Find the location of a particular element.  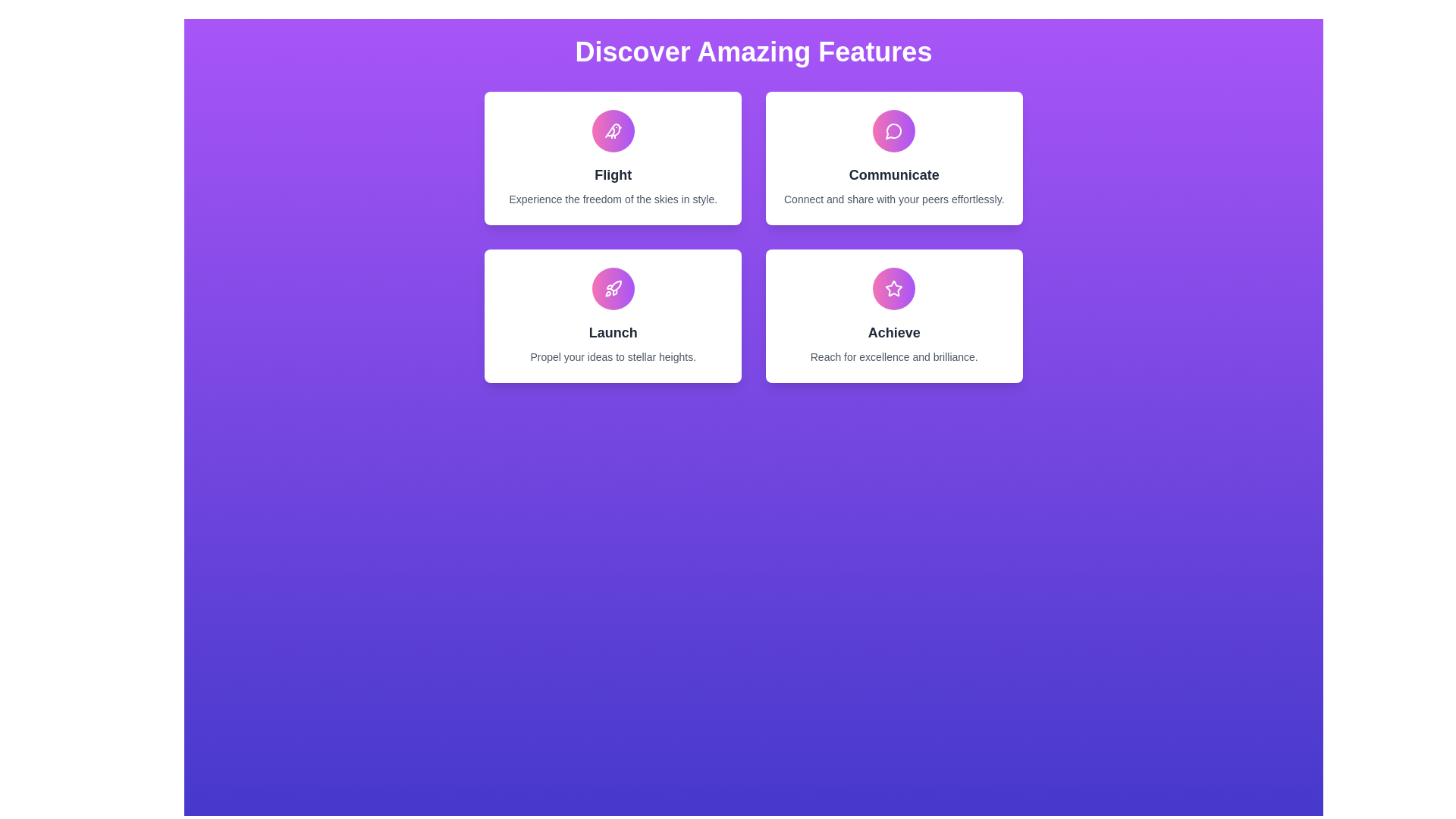

the card representing the module or feature that emphasizes achieving excellence, located in the bottom-right corner of a 2x2 grid structure, to the right of the 'Launch' element is located at coordinates (894, 315).